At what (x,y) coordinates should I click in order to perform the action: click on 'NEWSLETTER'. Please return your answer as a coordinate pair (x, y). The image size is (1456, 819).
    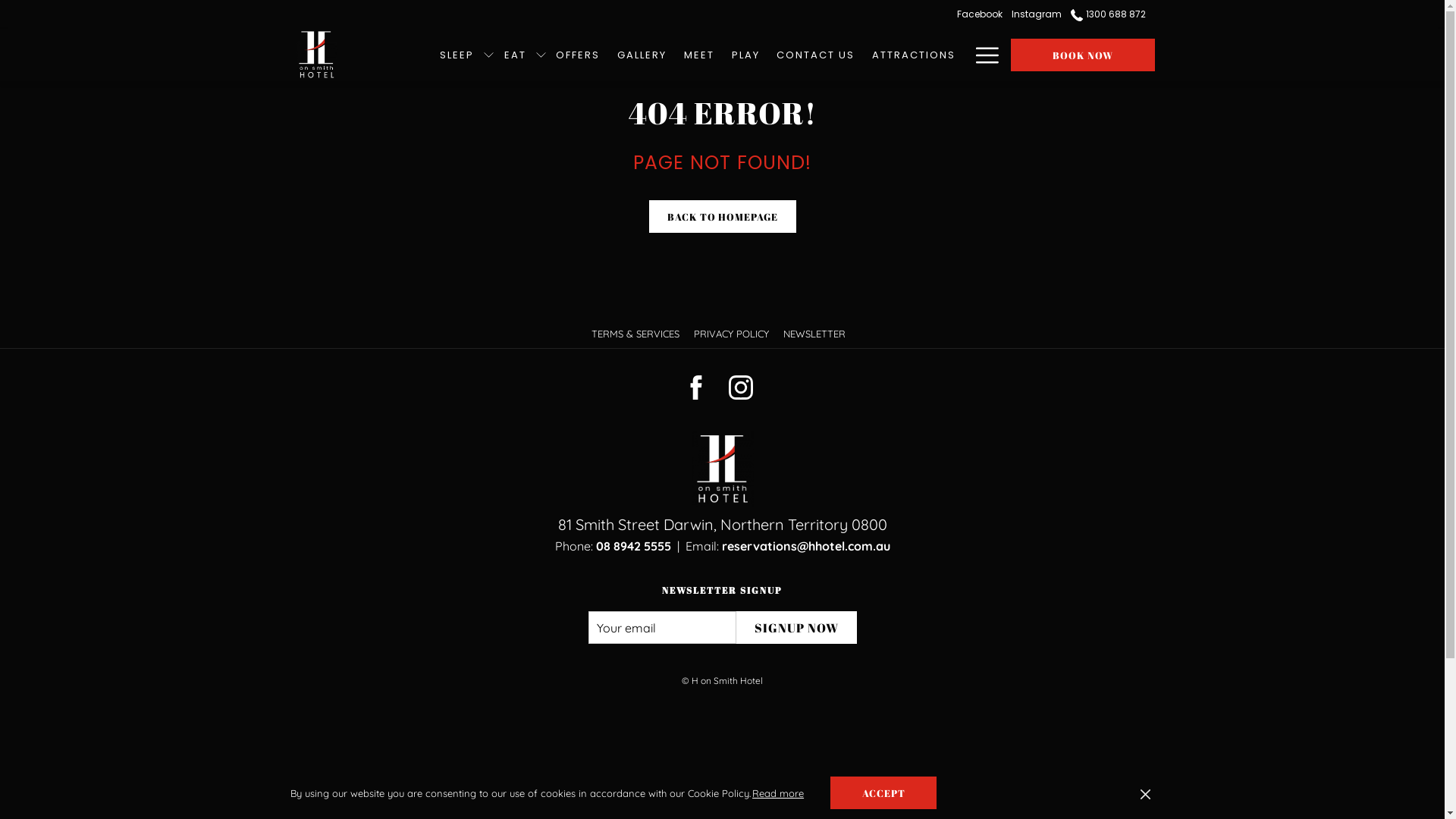
    Looking at the image, I should click on (815, 332).